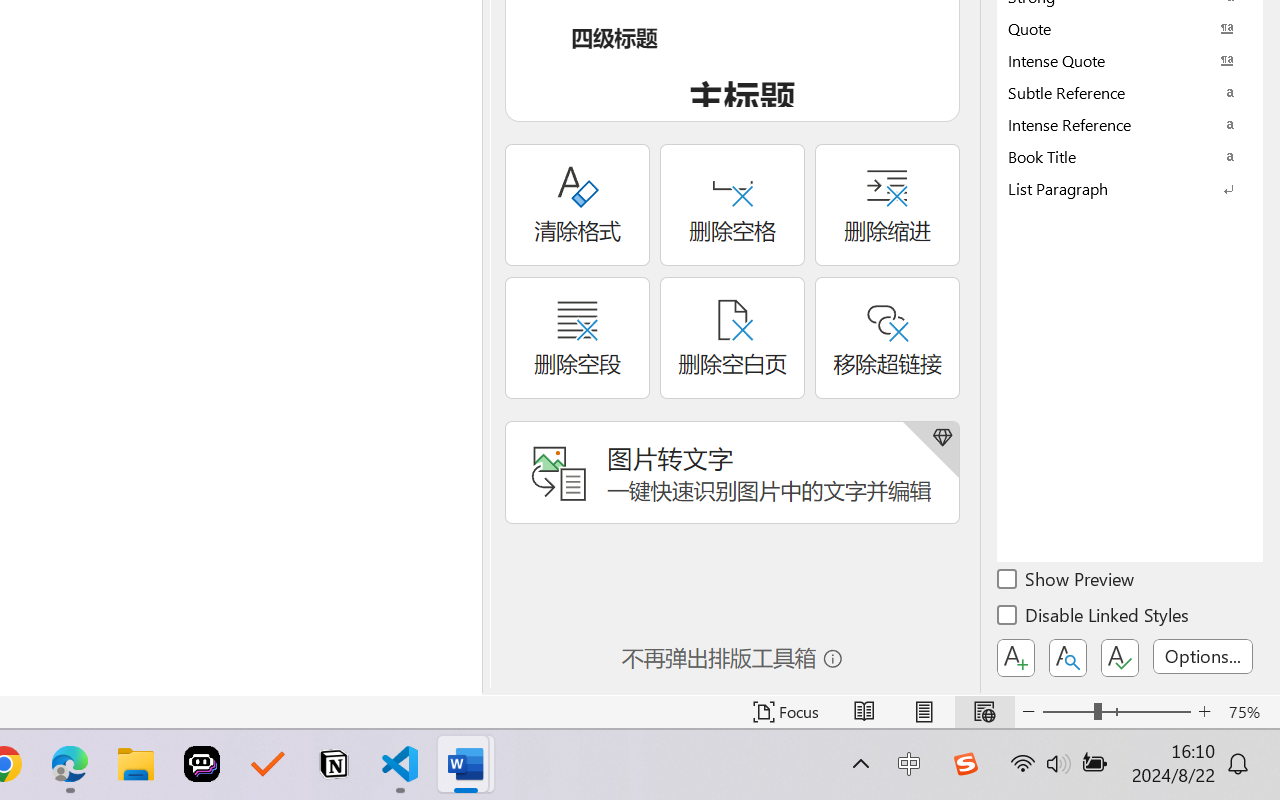  What do you see at coordinates (1130, 28) in the screenshot?
I see `'Quote'` at bounding box center [1130, 28].